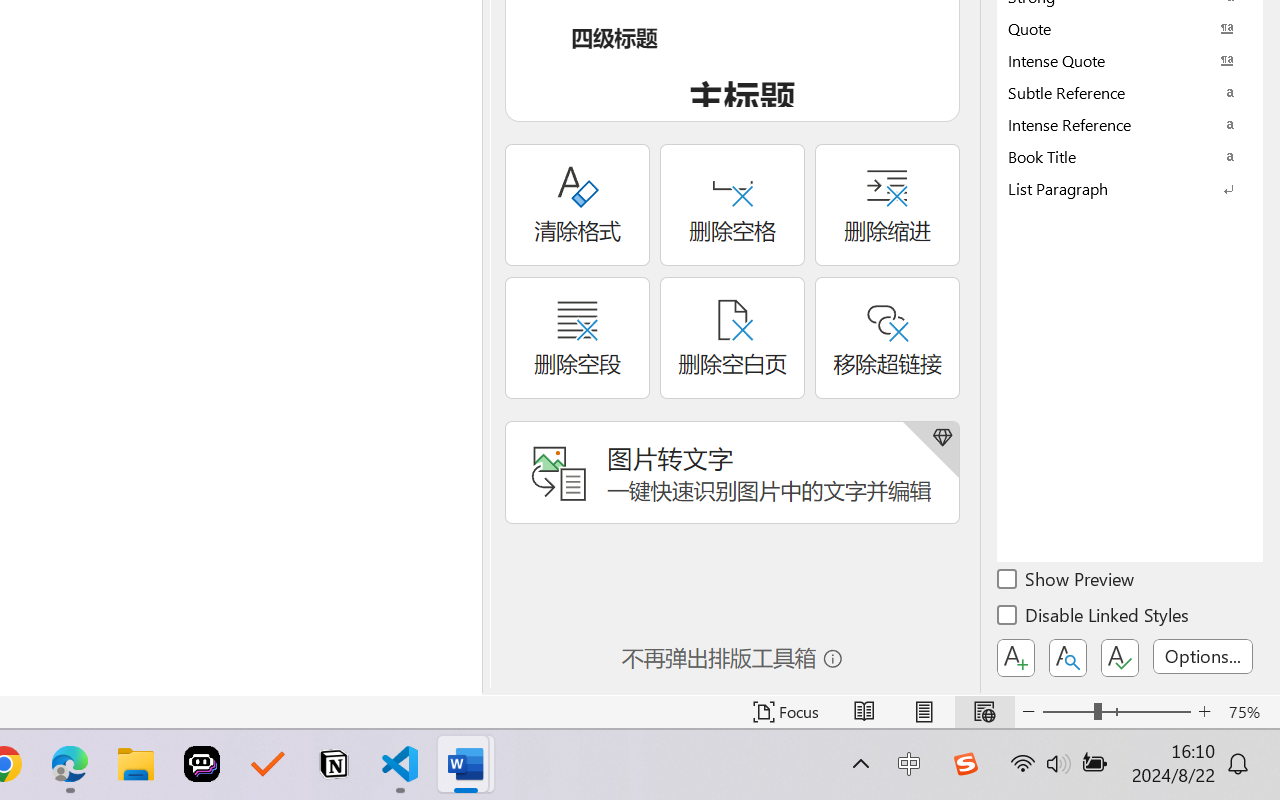  What do you see at coordinates (1130, 28) in the screenshot?
I see `'Quote'` at bounding box center [1130, 28].